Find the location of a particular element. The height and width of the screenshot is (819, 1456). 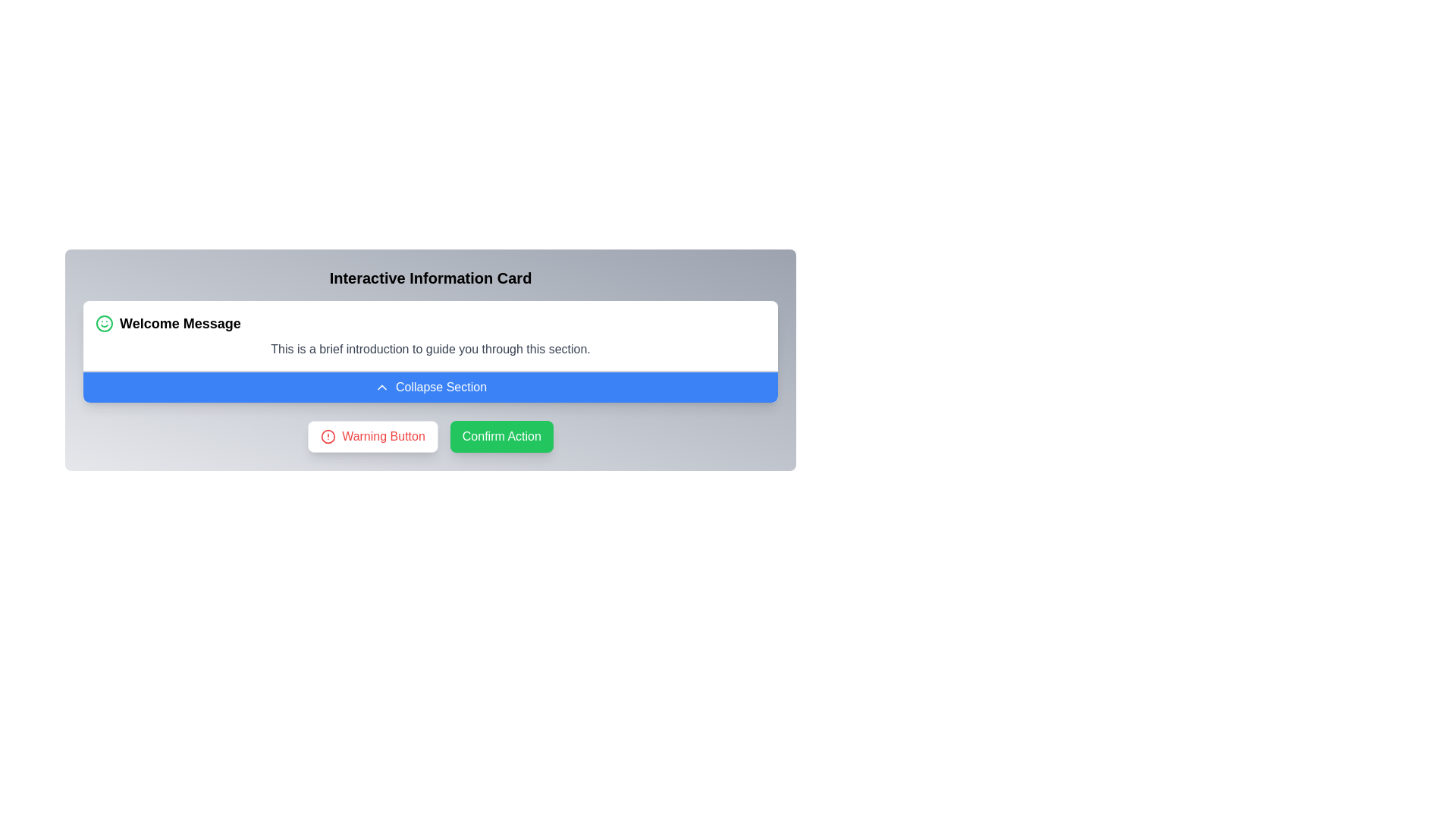

the header message text element that welcomes the user, located in the top-left region of the content card is located at coordinates (180, 323).